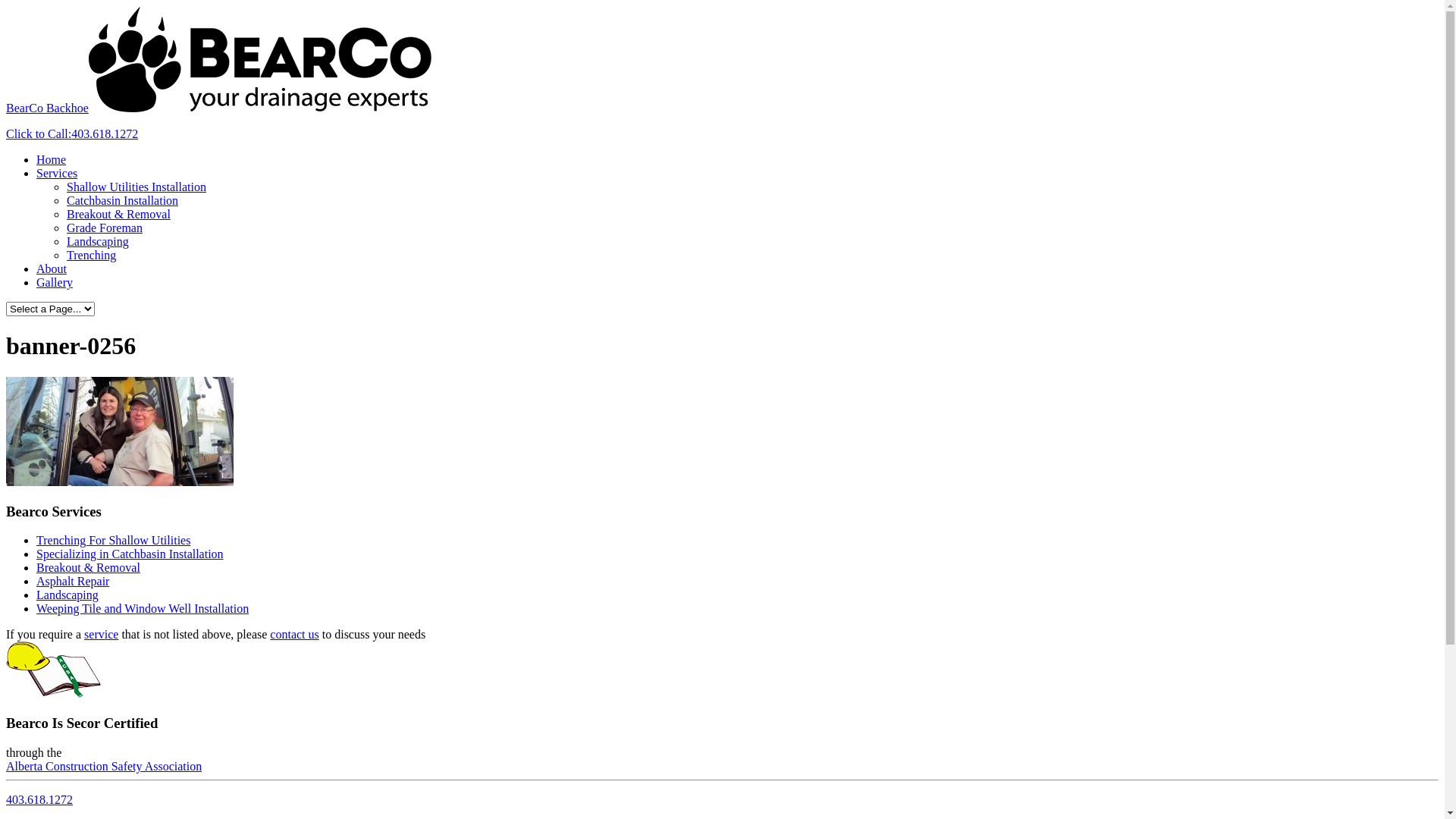 This screenshot has height=819, width=1456. Describe the element at coordinates (104, 227) in the screenshot. I see `'Grade Foreman'` at that location.